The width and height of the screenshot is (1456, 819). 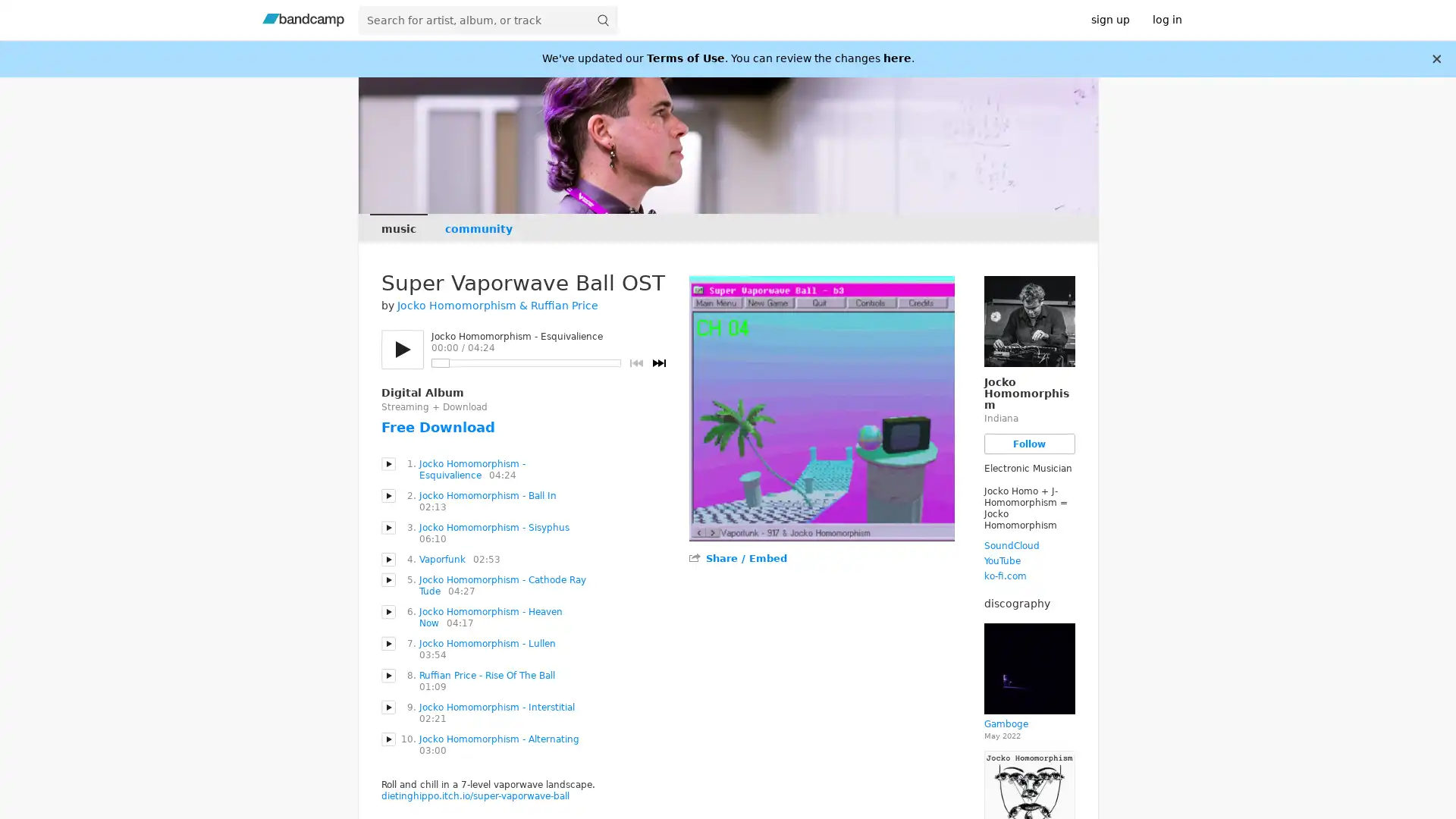 What do you see at coordinates (388, 610) in the screenshot?
I see `Play Jocko Homomorphism - Heaven Now` at bounding box center [388, 610].